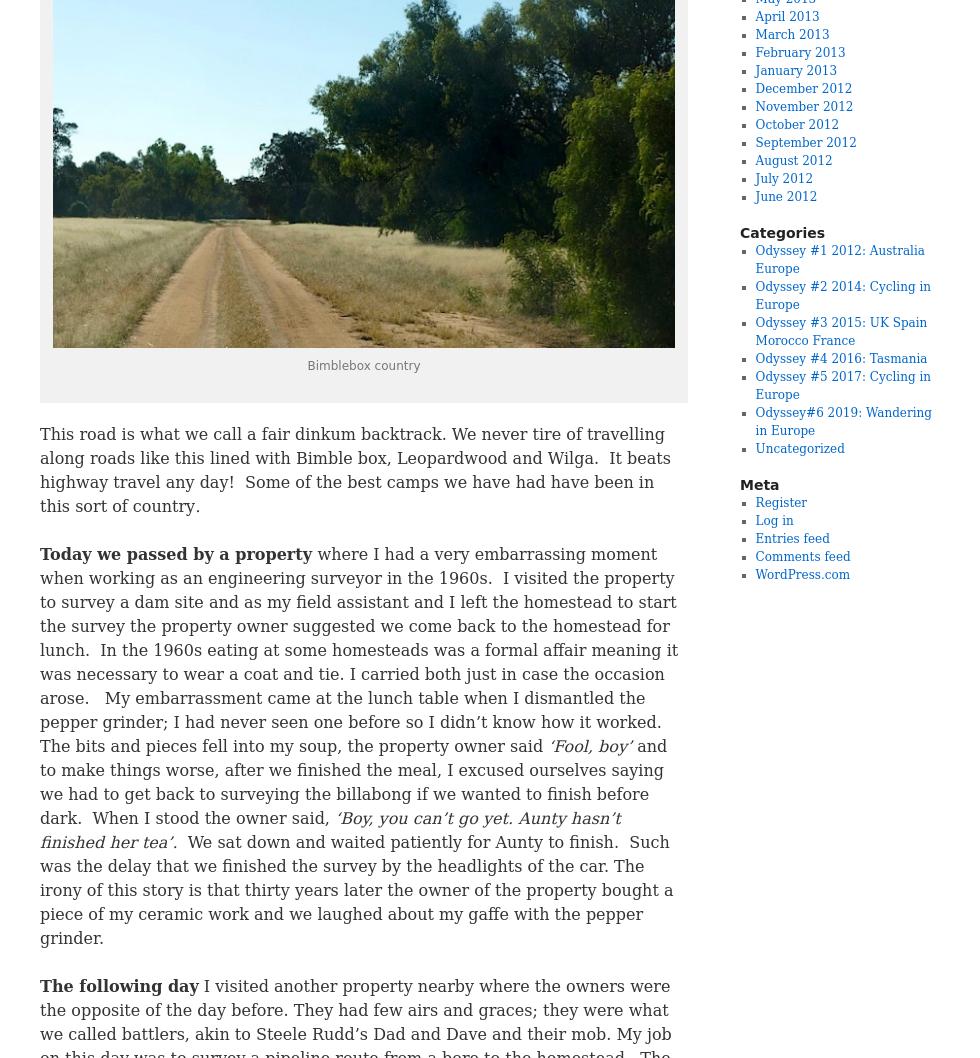  Describe the element at coordinates (754, 539) in the screenshot. I see `'Entries feed'` at that location.